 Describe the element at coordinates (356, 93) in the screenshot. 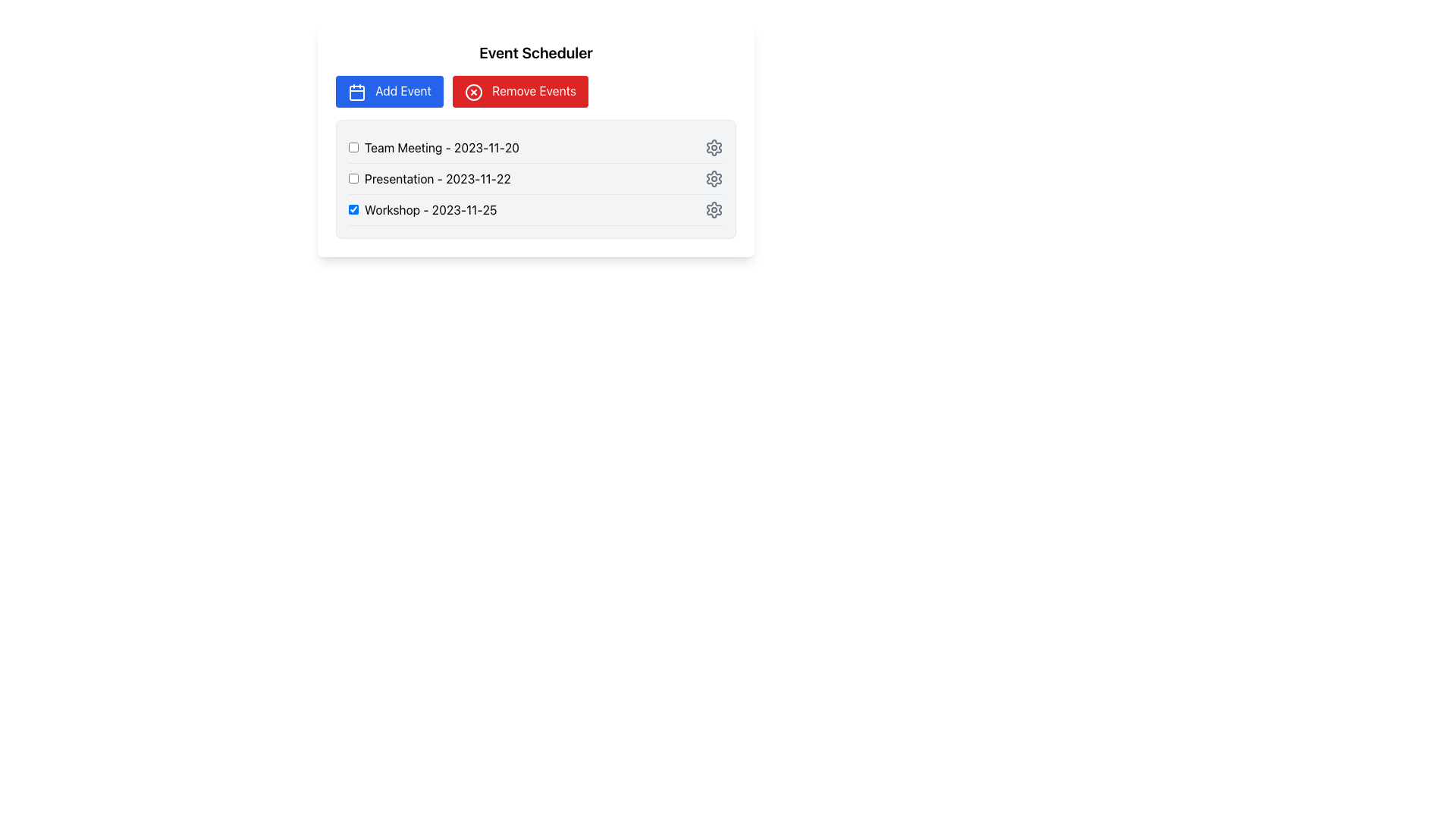

I see `the non-interactive inner component of the calendar icon located to the left of the 'Add Event' button` at that location.